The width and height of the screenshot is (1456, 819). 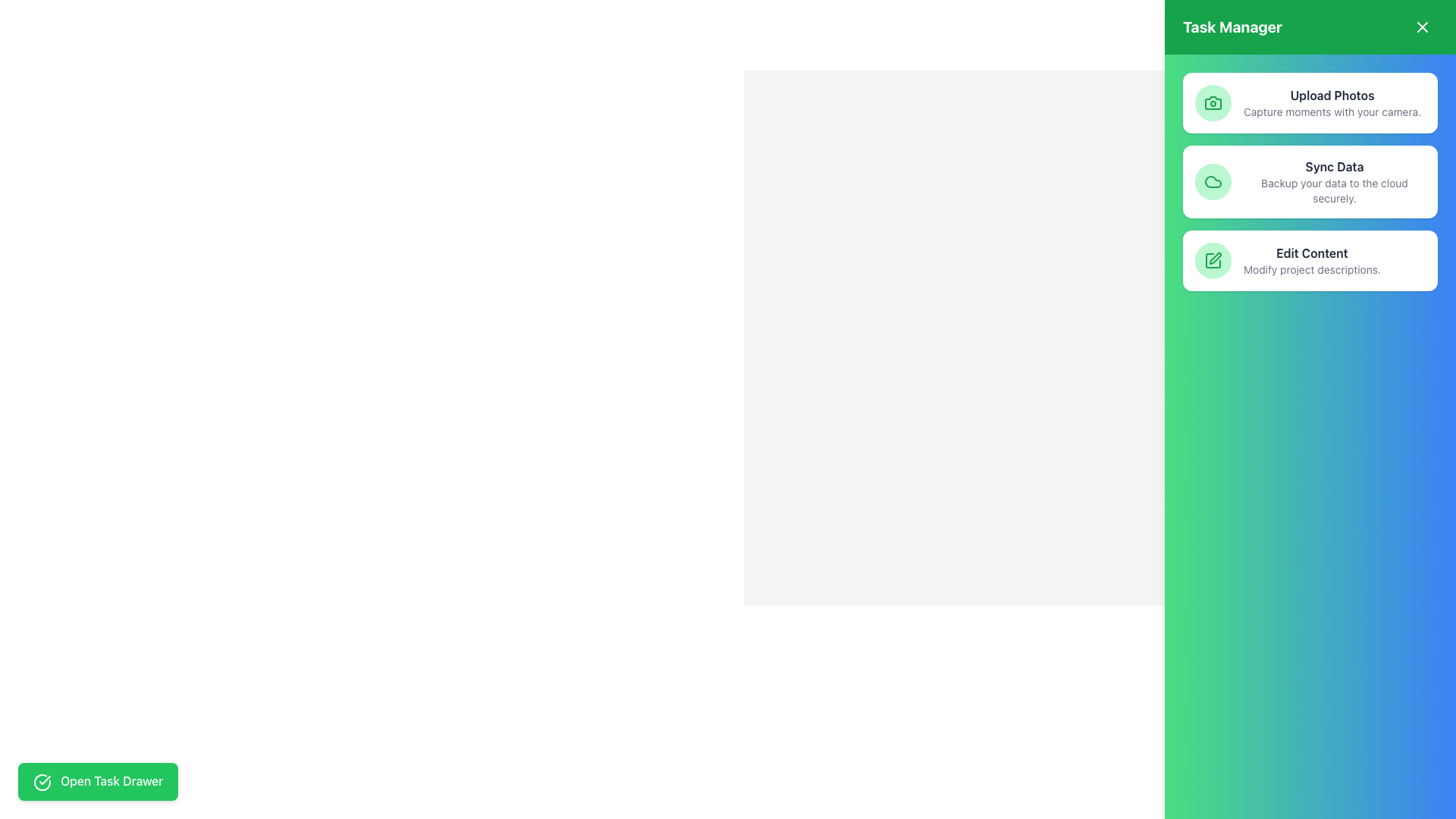 What do you see at coordinates (1212, 259) in the screenshot?
I see `the edit icon located at the top left corner of the 'Edit Content' card` at bounding box center [1212, 259].